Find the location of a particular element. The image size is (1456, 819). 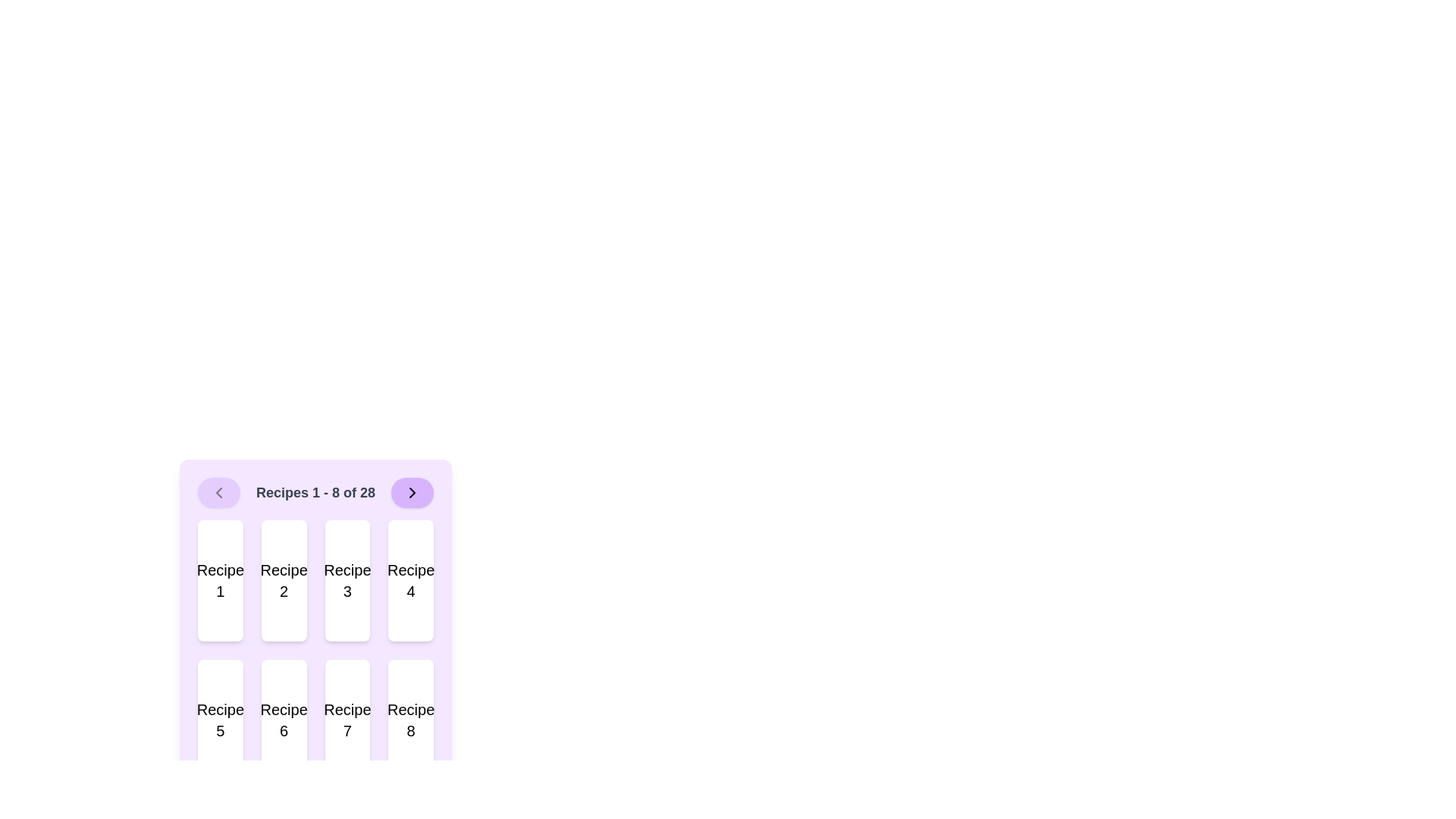

the fourth card in the grid layout is located at coordinates (411, 580).